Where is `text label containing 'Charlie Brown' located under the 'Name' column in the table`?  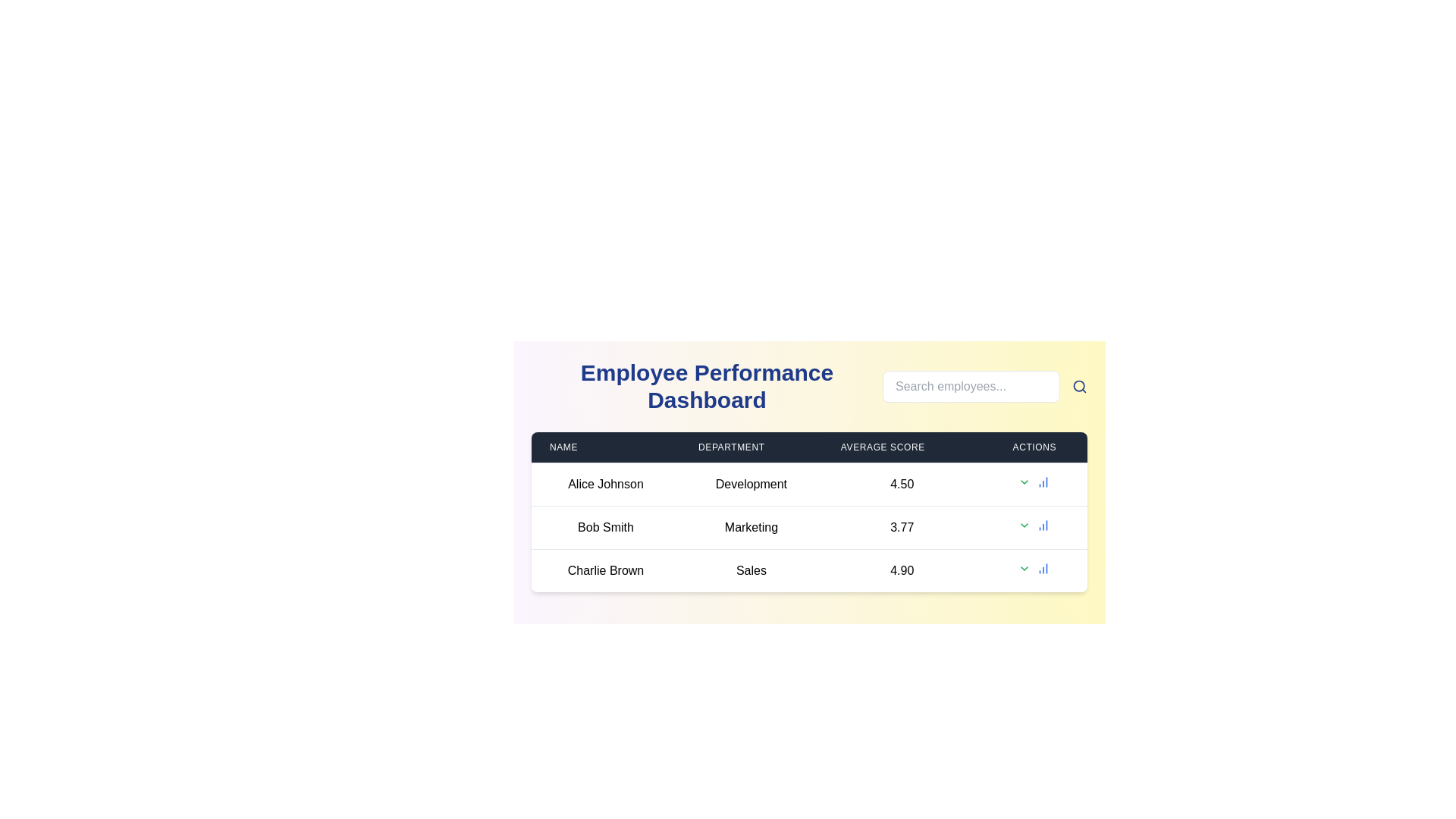 text label containing 'Charlie Brown' located under the 'Name' column in the table is located at coordinates (605, 570).